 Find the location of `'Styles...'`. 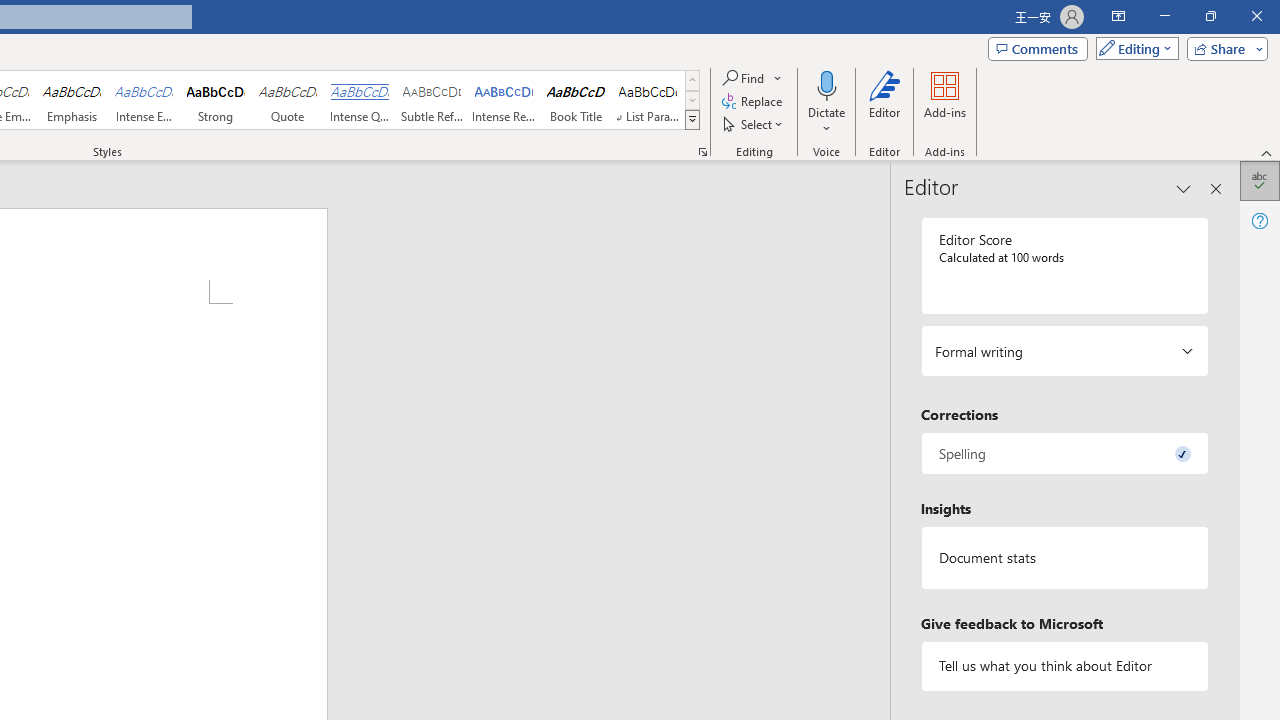

'Styles...' is located at coordinates (702, 150).